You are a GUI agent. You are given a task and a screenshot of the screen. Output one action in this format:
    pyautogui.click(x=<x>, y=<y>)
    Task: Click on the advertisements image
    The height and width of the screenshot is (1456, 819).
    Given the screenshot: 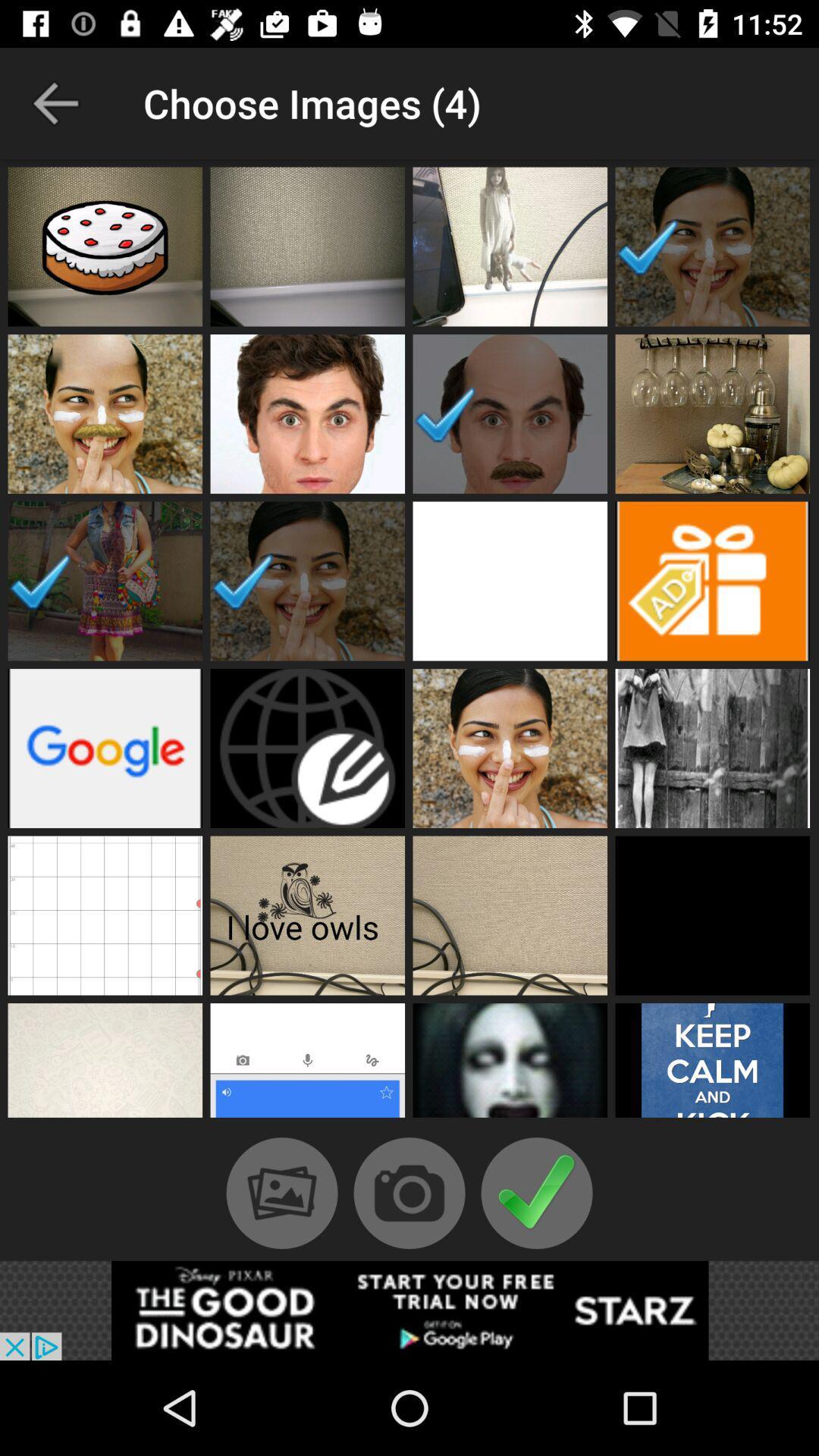 What is the action you would take?
    pyautogui.click(x=712, y=580)
    